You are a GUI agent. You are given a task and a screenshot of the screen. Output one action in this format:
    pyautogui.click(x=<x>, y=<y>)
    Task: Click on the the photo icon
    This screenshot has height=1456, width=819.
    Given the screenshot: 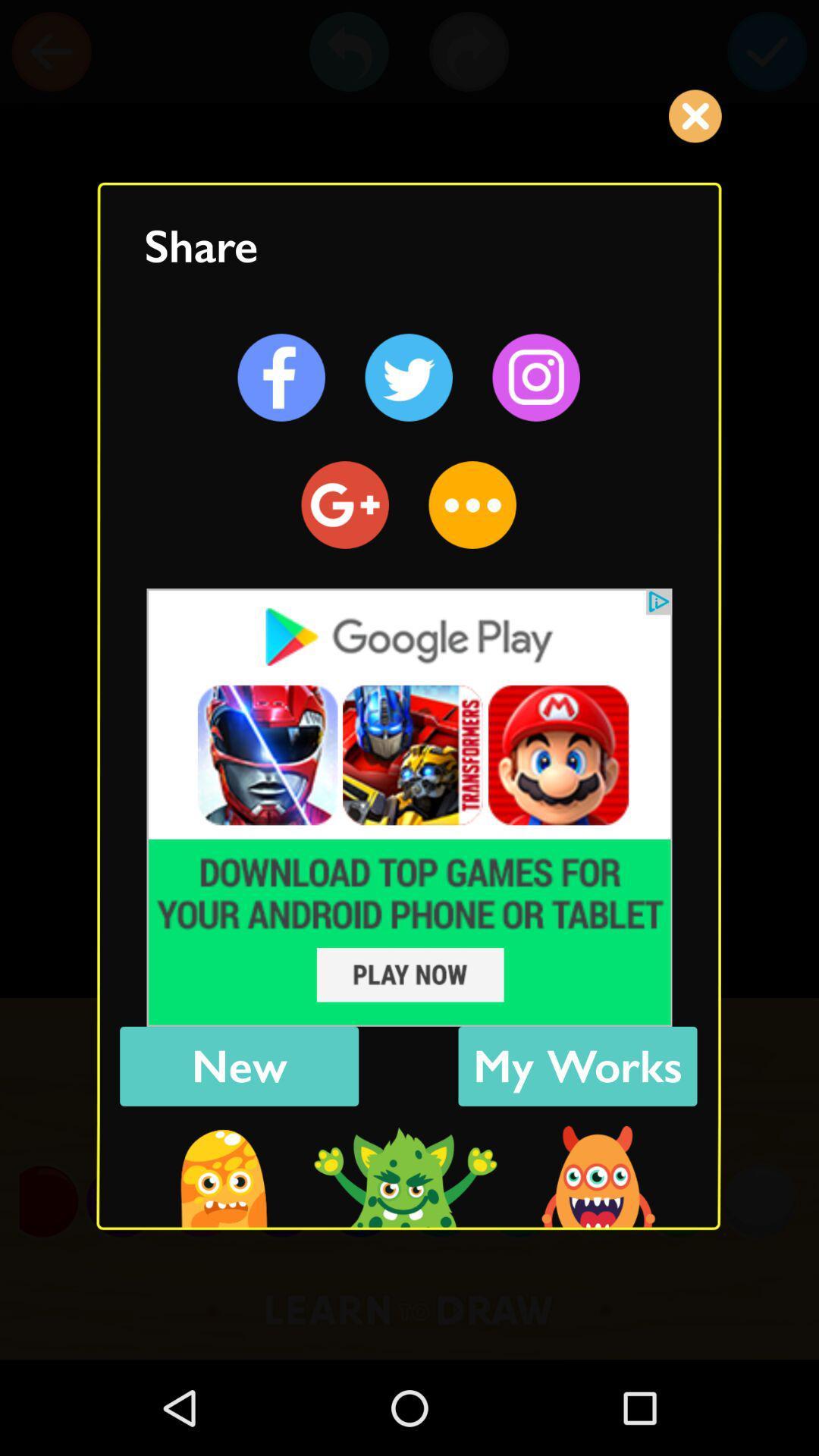 What is the action you would take?
    pyautogui.click(x=535, y=378)
    